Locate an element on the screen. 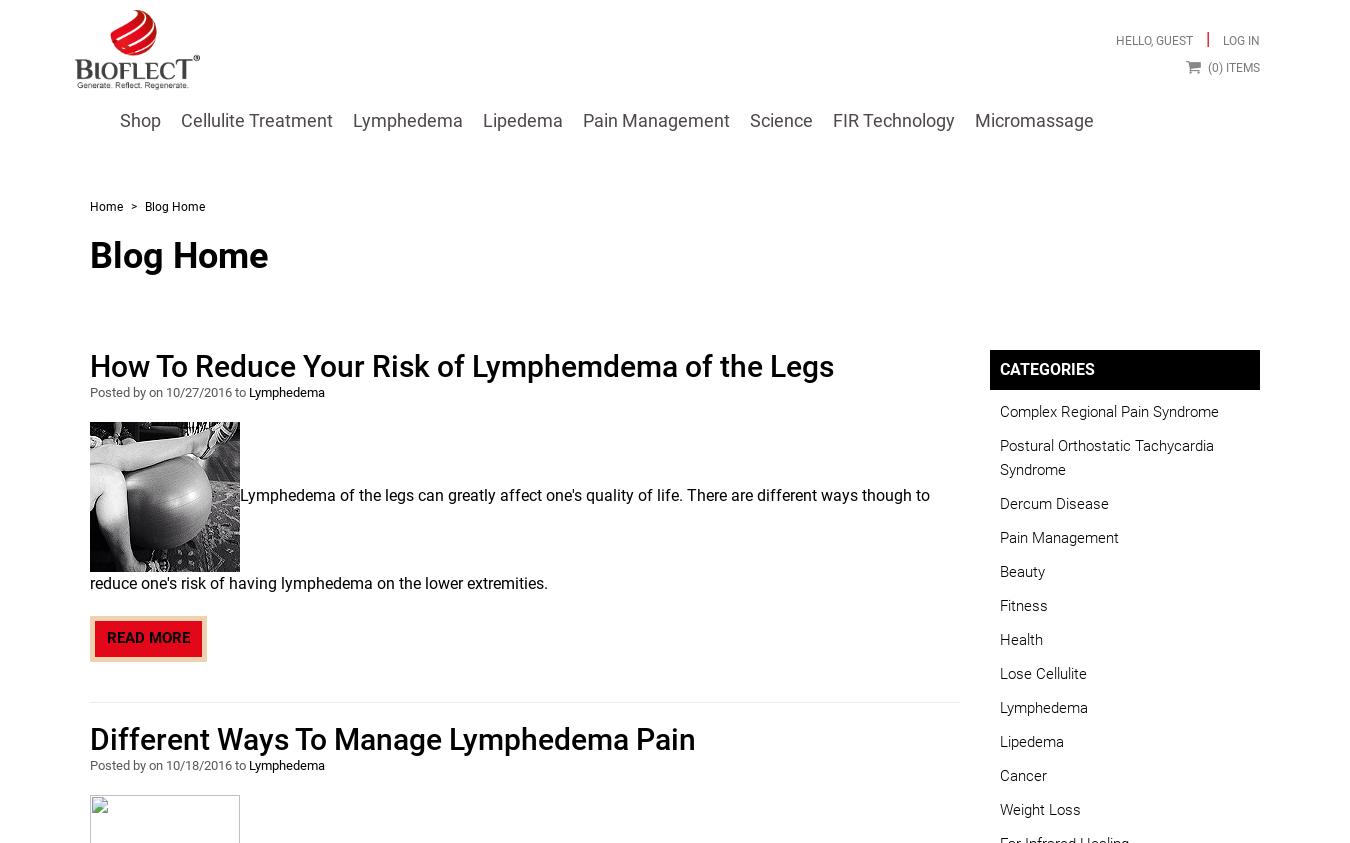 This screenshot has height=843, width=1350. 'Complex Regional Pain Syndrome' is located at coordinates (1109, 409).